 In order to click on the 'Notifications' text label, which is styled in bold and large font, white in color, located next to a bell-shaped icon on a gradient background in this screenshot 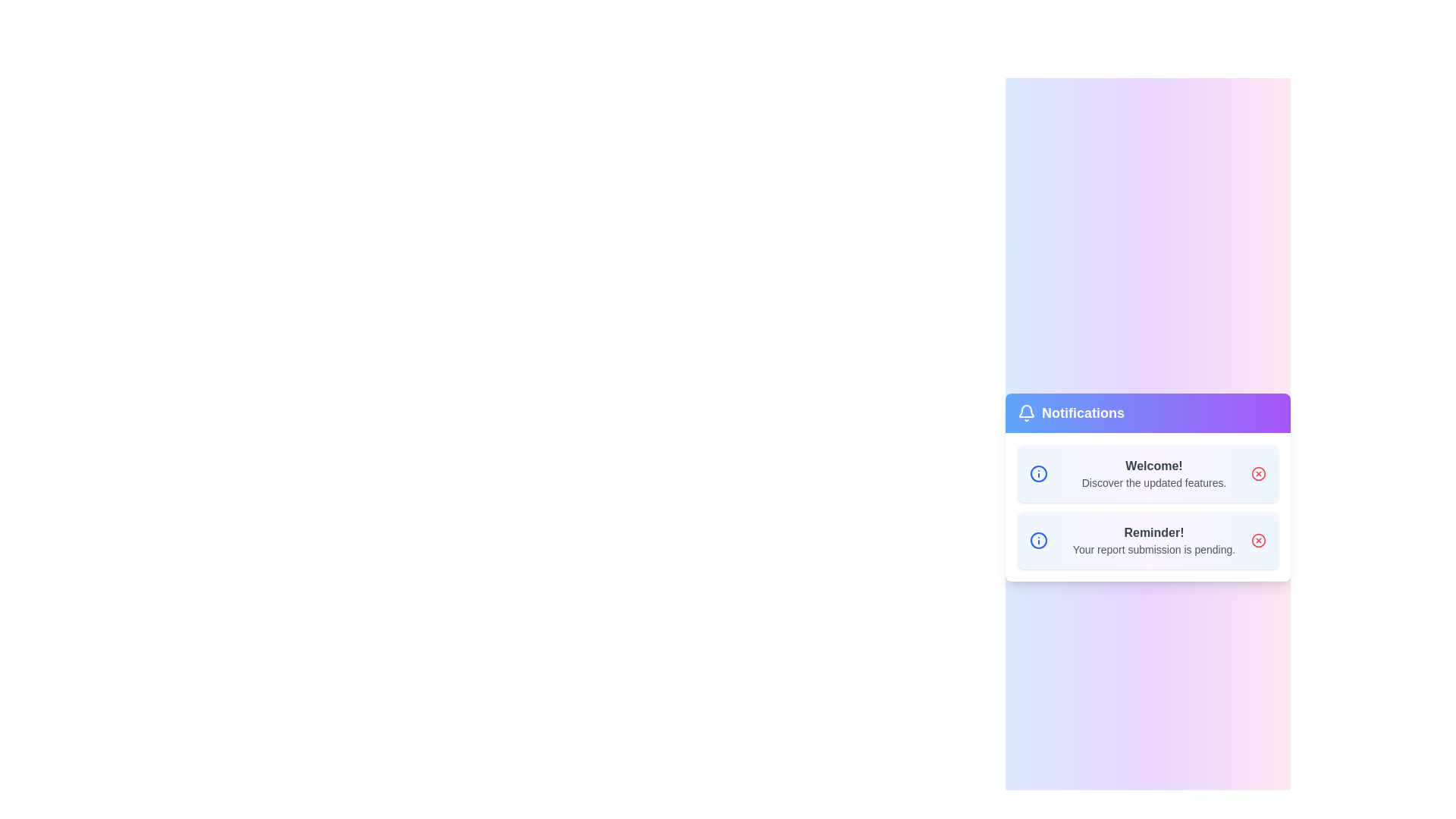, I will do `click(1070, 413)`.